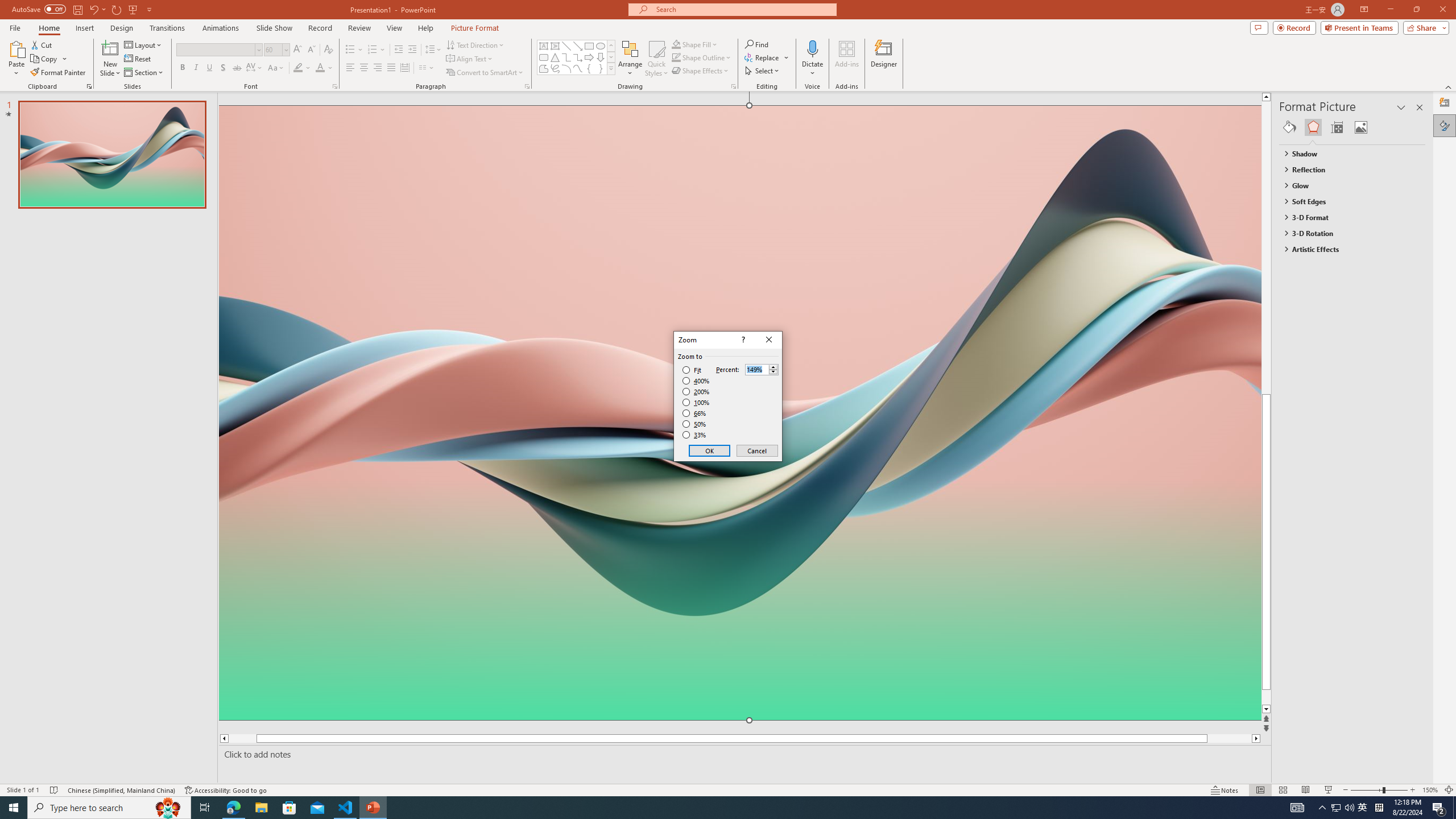 This screenshot has height=819, width=1456. I want to click on 'Freeform: Scribble', so click(554, 68).